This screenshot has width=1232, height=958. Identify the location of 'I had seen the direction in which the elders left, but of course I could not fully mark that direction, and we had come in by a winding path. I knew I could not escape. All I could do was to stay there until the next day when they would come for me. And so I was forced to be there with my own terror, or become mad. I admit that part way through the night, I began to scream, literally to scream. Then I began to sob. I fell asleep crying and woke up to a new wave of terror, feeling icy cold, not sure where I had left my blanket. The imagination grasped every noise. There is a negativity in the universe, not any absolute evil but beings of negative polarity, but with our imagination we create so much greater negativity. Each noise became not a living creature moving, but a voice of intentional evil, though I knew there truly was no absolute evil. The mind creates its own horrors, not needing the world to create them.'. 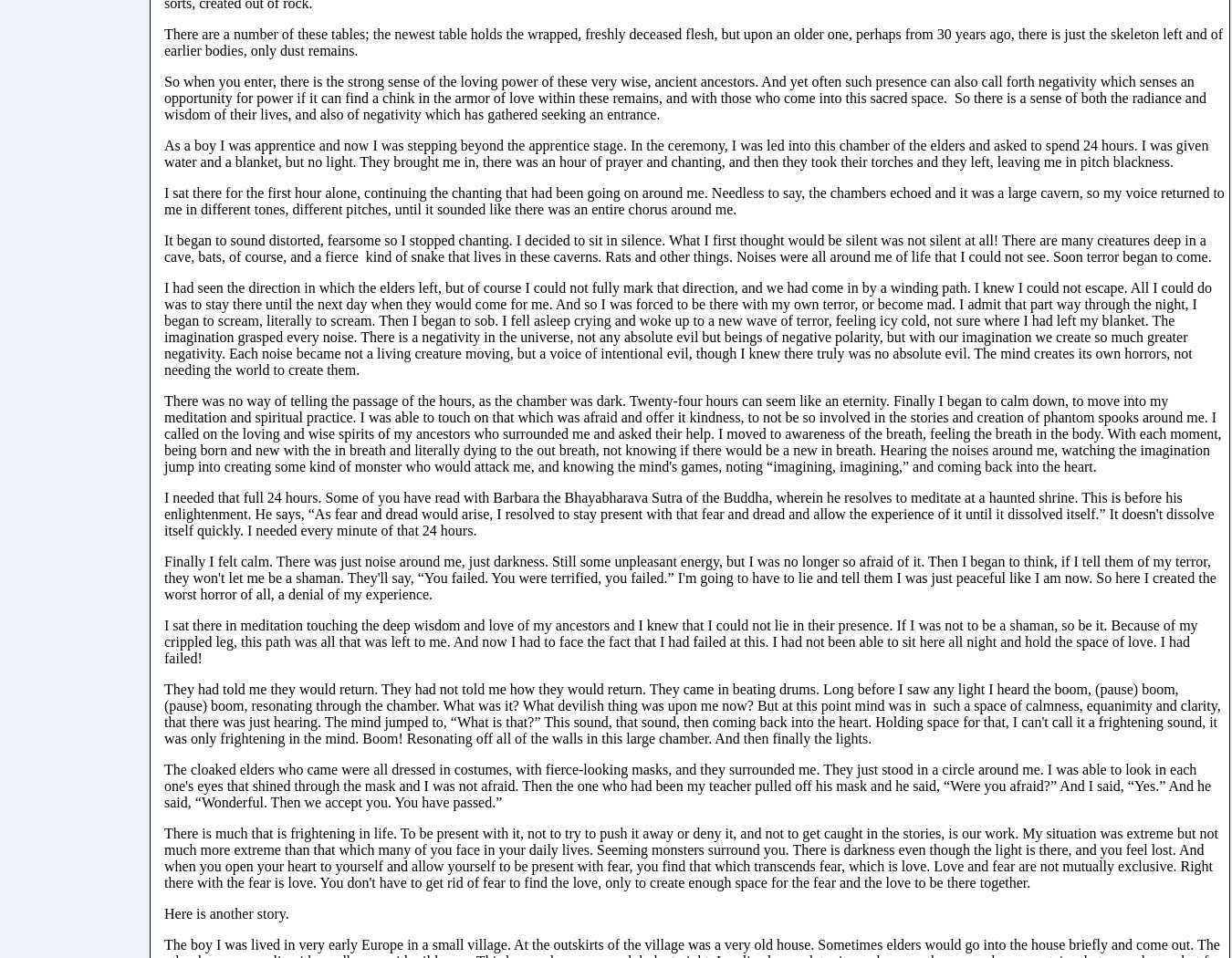
(686, 327).